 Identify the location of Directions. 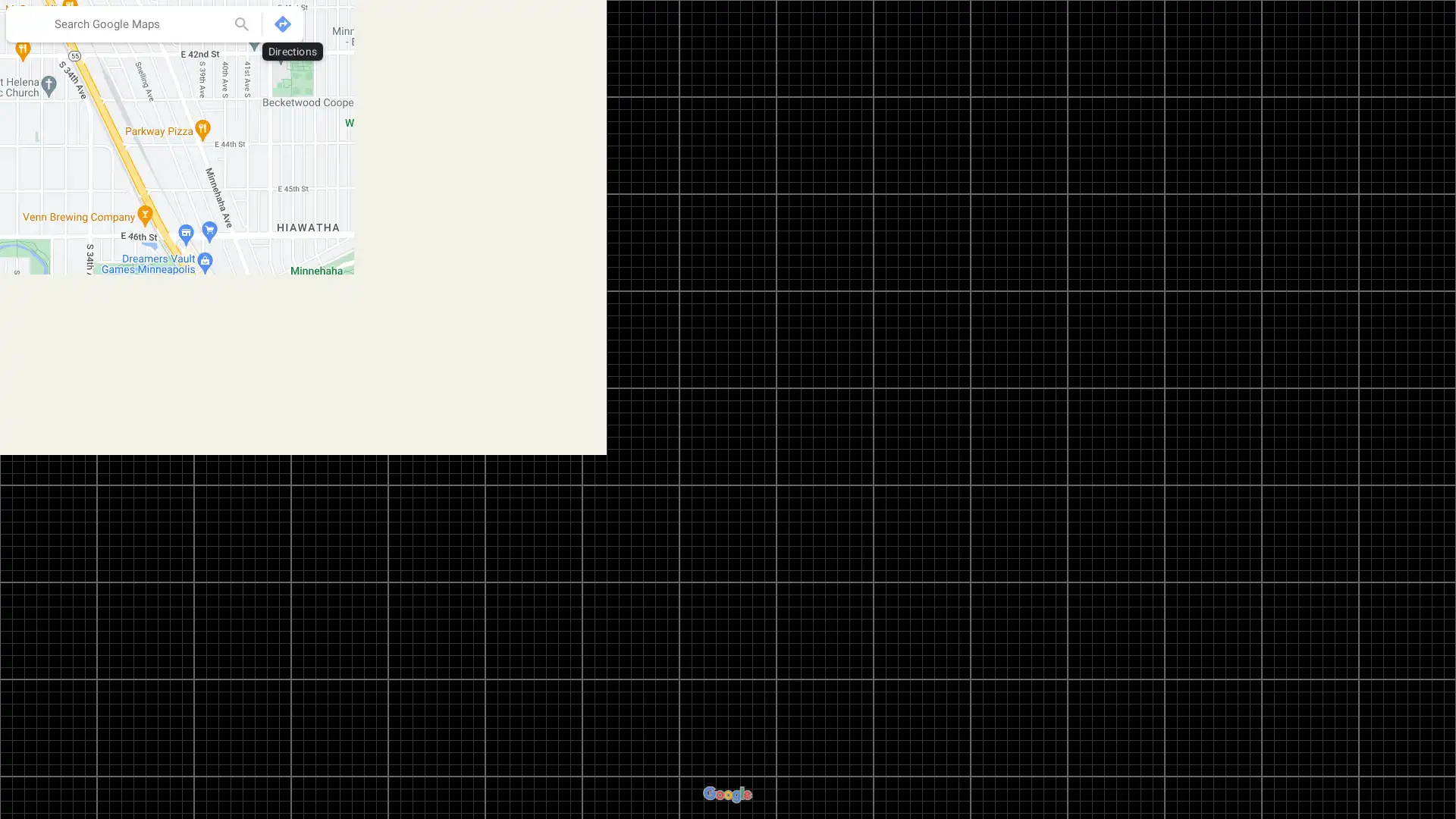
(283, 24).